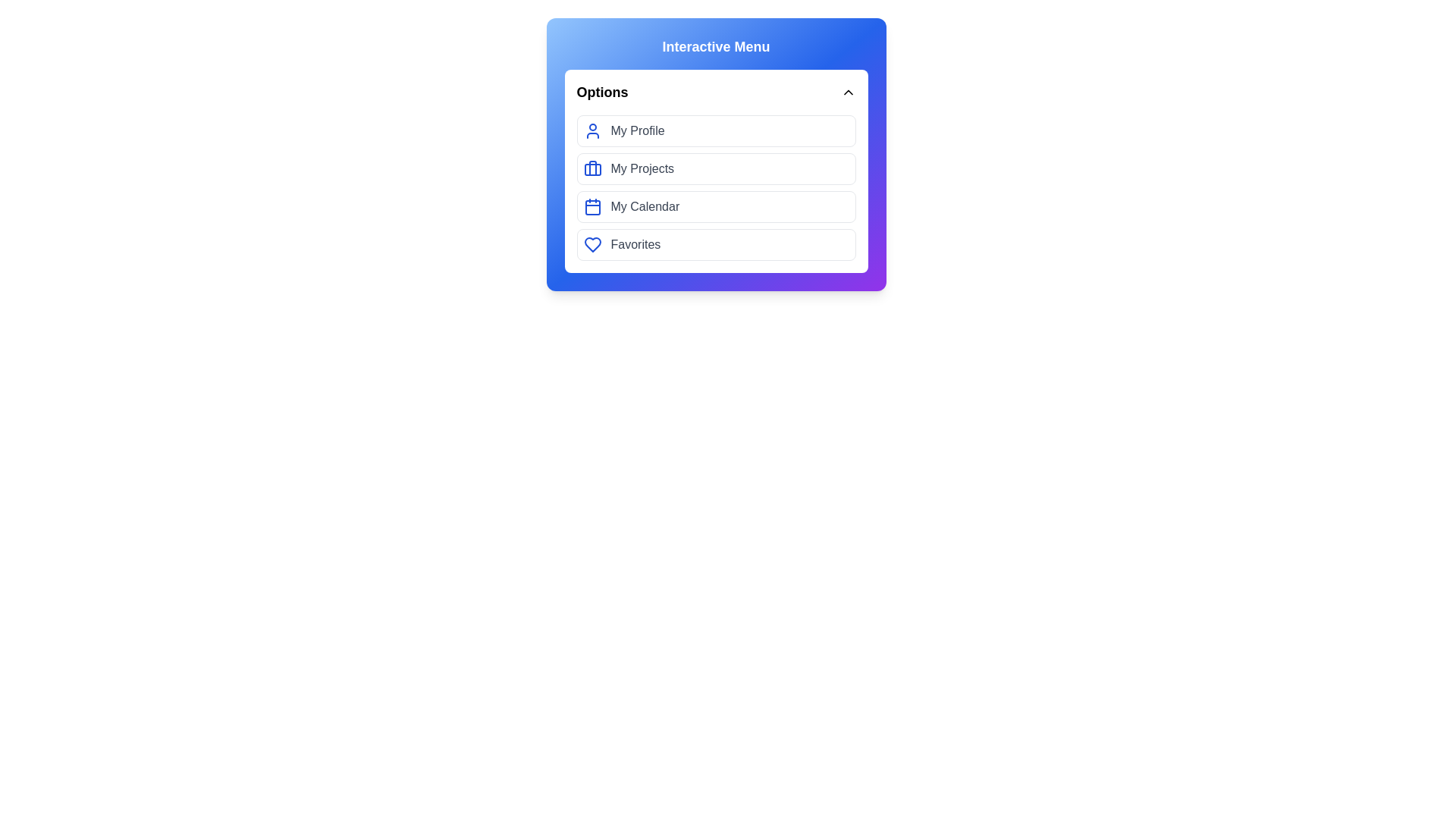  Describe the element at coordinates (715, 155) in the screenshot. I see `the 'My Projects' list item within the 'Options' section of the collapsible menu, which is displayed below the title 'Interactive Menu.'` at that location.